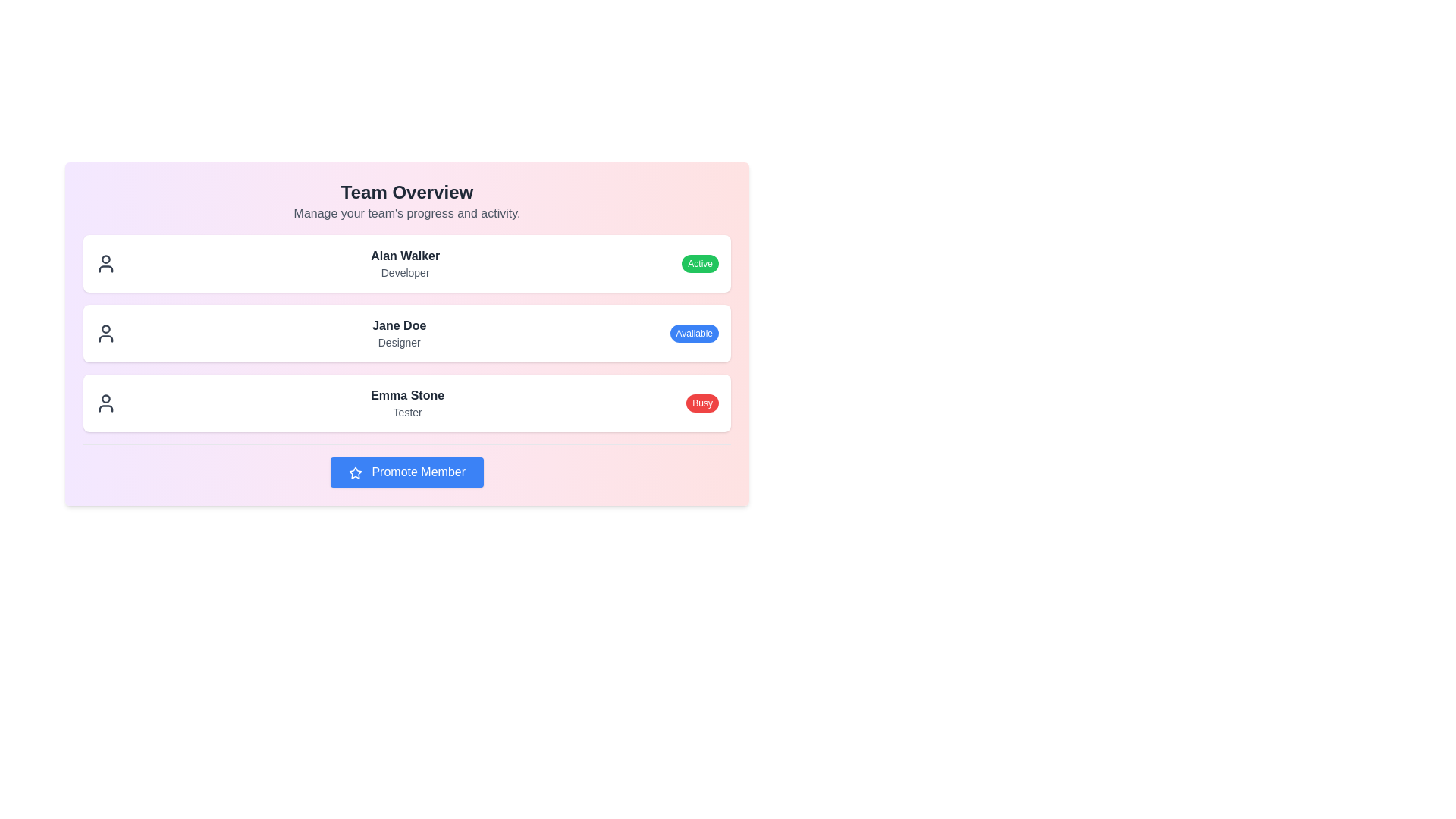  What do you see at coordinates (407, 201) in the screenshot?
I see `the 'Team Overview' header section, which features a bold title and a subtitle for managing team progress, located at the top of the member cards list` at bounding box center [407, 201].